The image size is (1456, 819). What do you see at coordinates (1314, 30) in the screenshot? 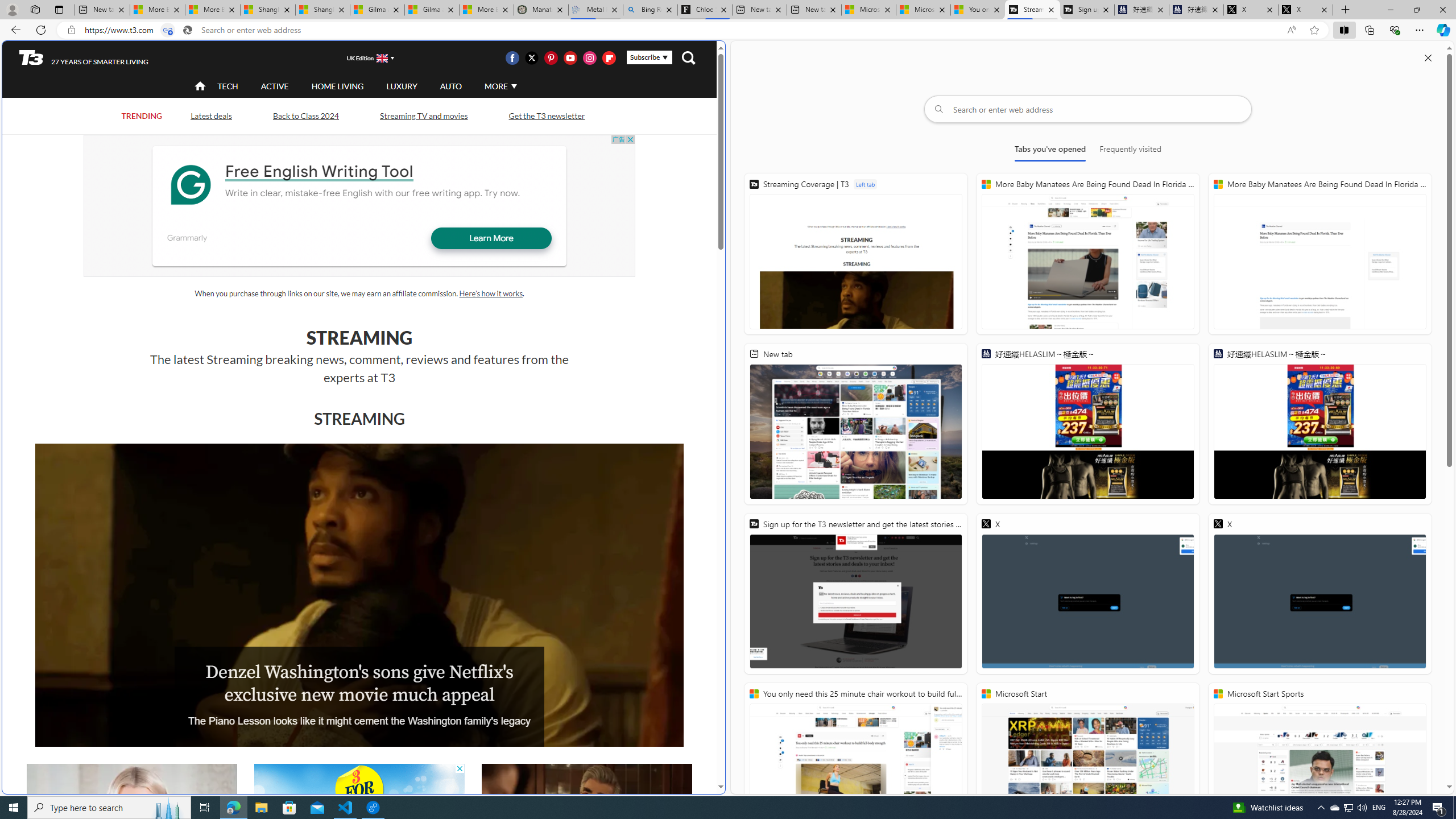
I see `'Add this page to favorites (Ctrl+D)'` at bounding box center [1314, 30].